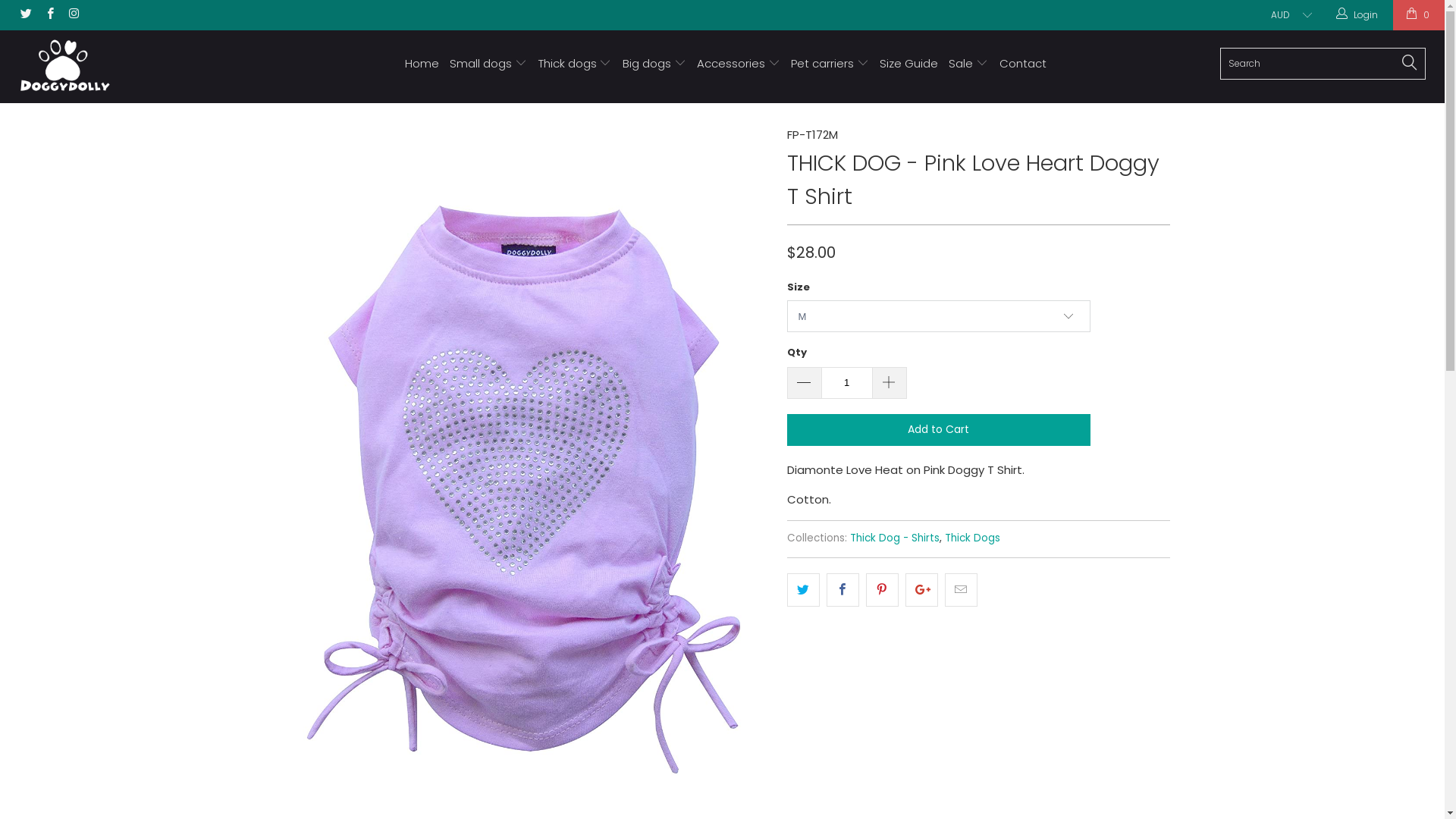 This screenshot has width=1456, height=819. Describe the element at coordinates (14, 66) in the screenshot. I see `'DoggyDolly Australia & New Zealand'` at that location.